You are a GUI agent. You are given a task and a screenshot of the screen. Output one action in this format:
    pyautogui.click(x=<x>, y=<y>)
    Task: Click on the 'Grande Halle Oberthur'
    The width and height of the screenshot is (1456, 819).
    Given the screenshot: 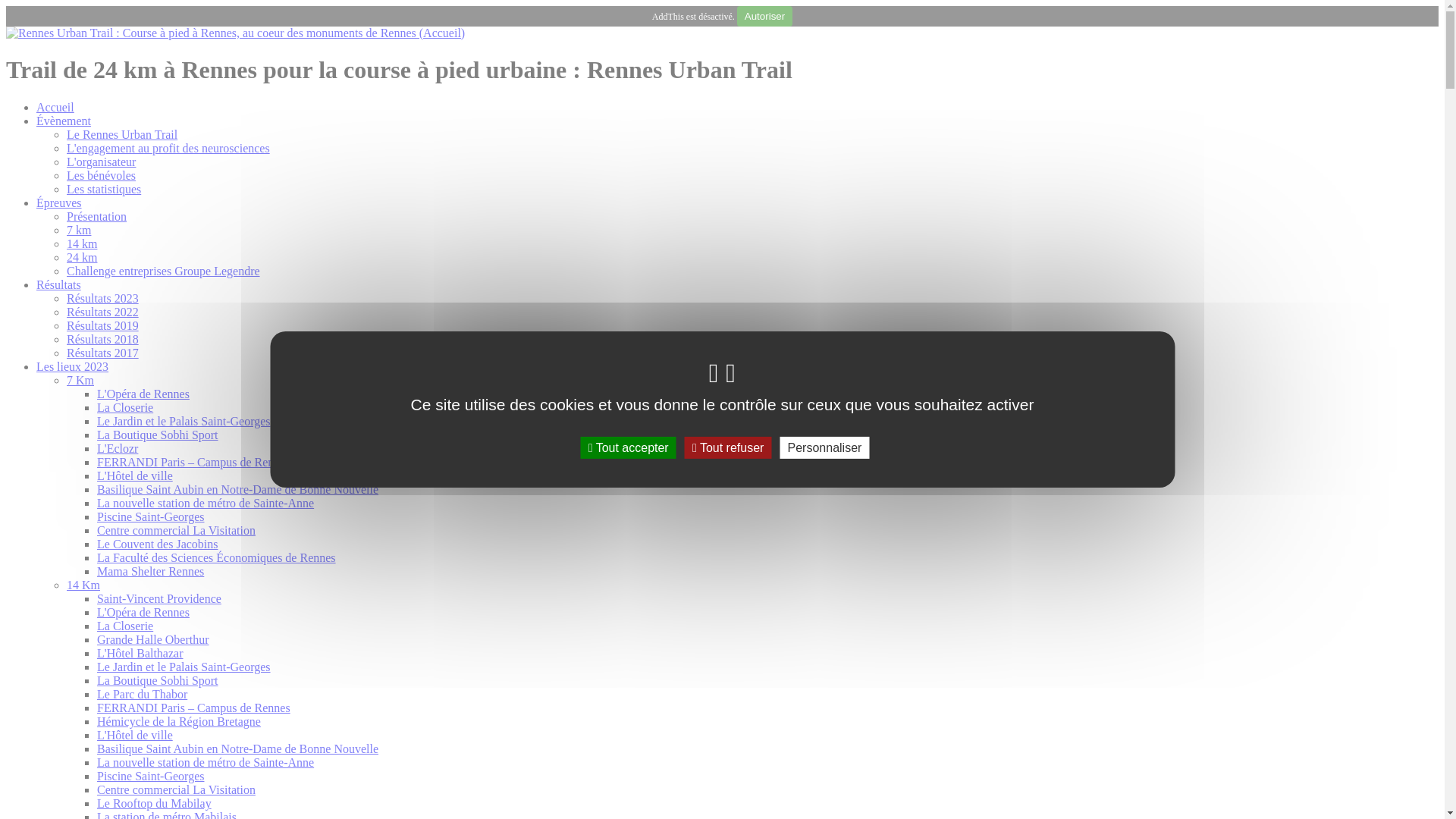 What is the action you would take?
    pyautogui.click(x=152, y=639)
    